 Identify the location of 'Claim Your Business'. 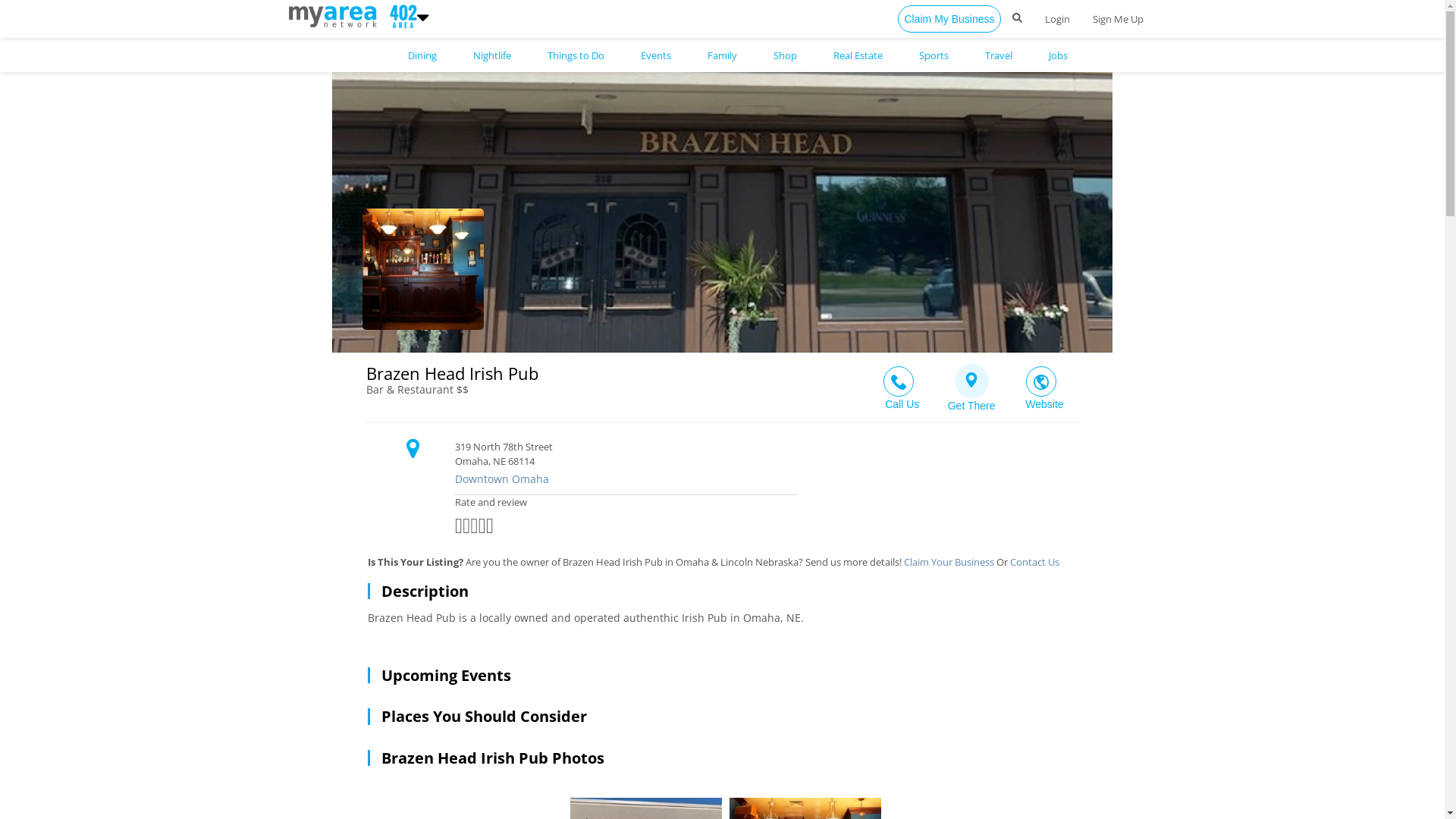
(948, 561).